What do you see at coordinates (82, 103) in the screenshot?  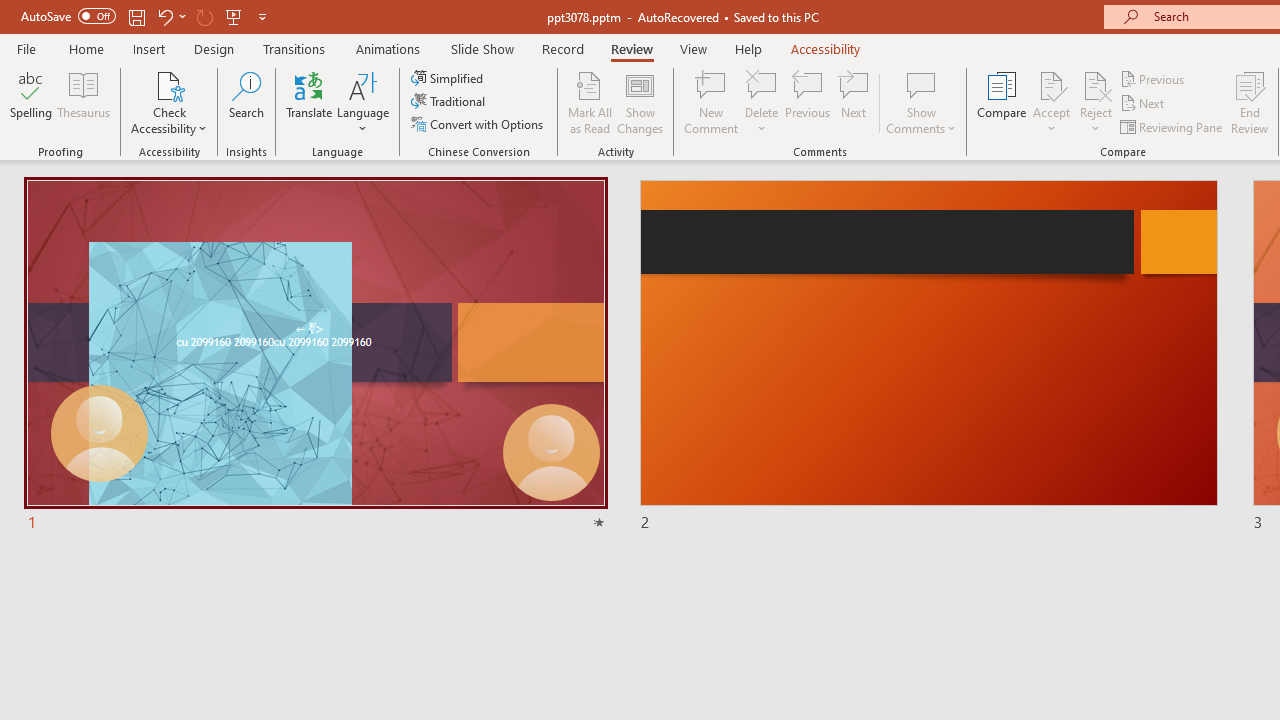 I see `'Thesaurus...'` at bounding box center [82, 103].